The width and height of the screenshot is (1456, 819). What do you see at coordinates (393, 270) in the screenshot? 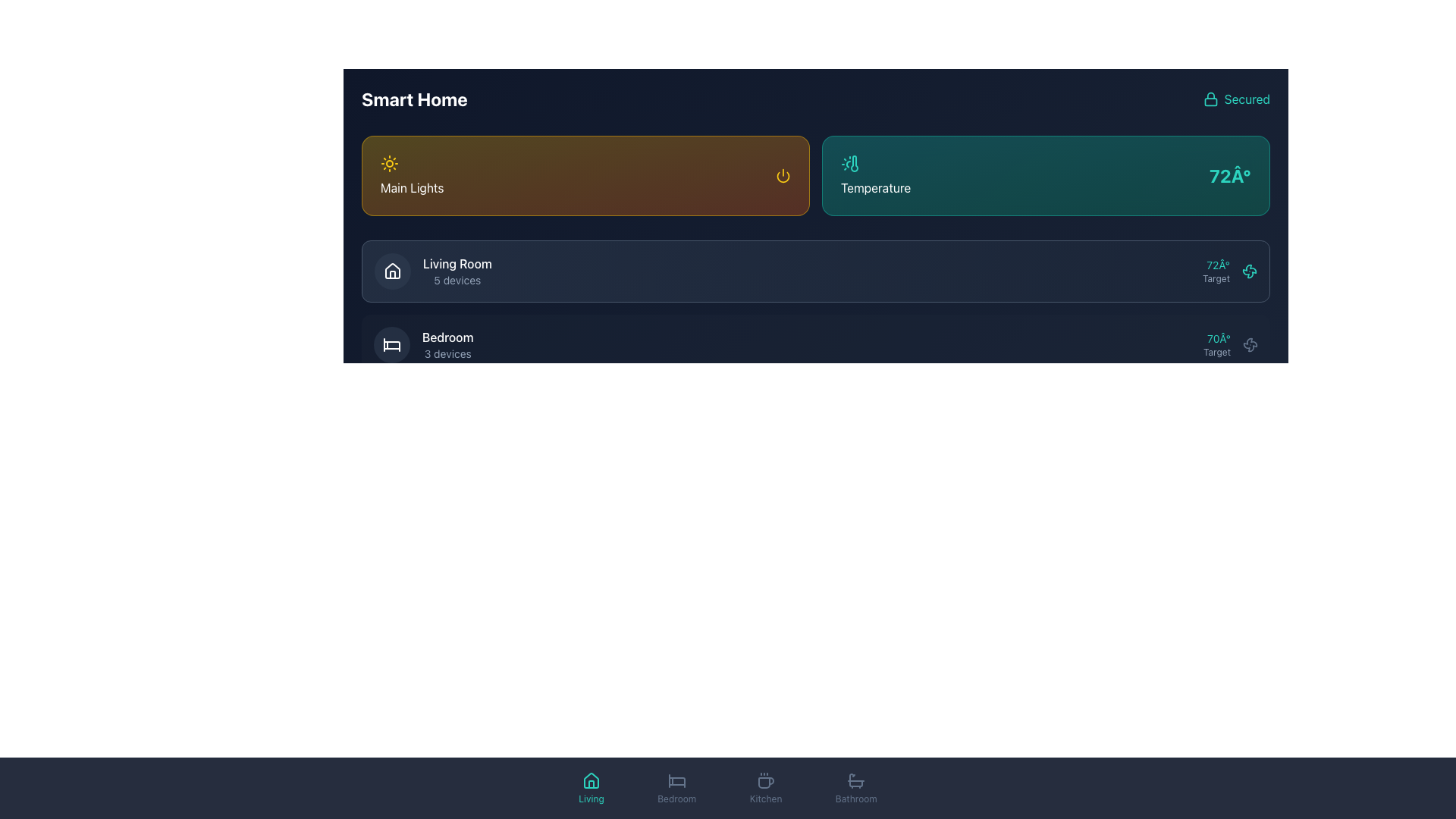
I see `the 'Living Room' icon, which visually represents the section in a vertical list of sections` at bounding box center [393, 270].